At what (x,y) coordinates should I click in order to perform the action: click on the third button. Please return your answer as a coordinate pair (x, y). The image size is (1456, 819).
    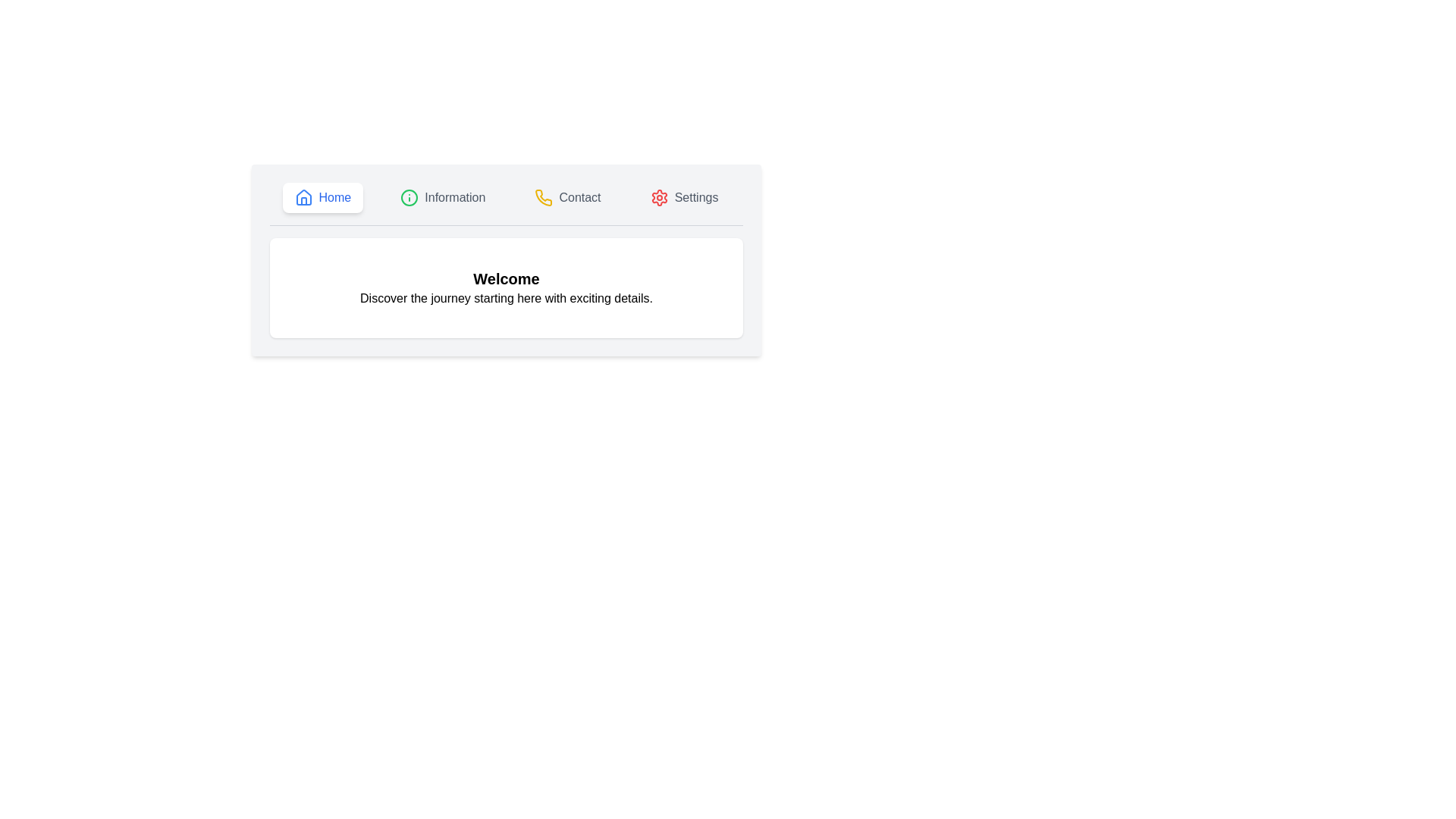
    Looking at the image, I should click on (566, 197).